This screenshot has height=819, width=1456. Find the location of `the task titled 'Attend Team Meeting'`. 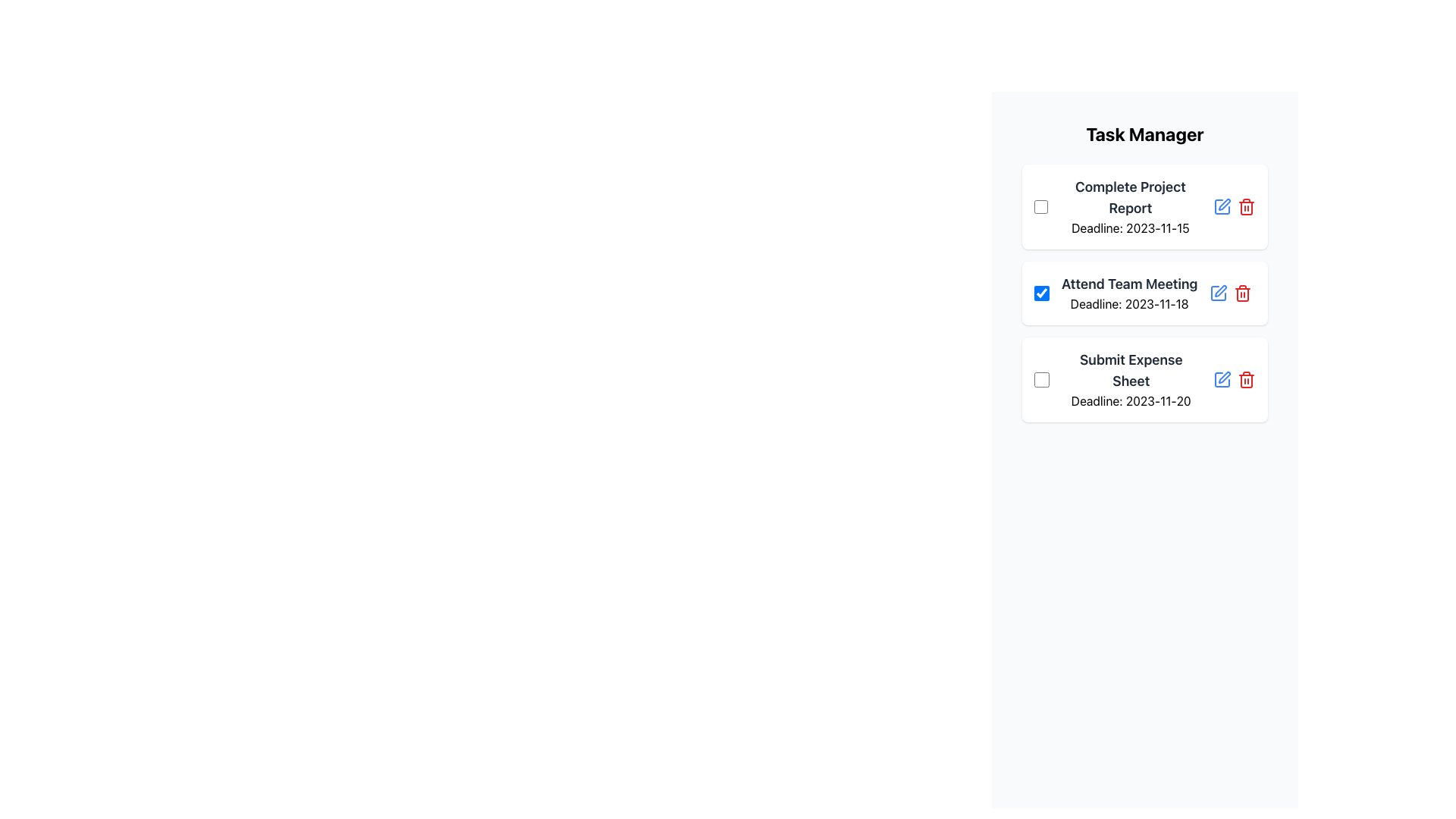

the task titled 'Attend Team Meeting' is located at coordinates (1145, 293).